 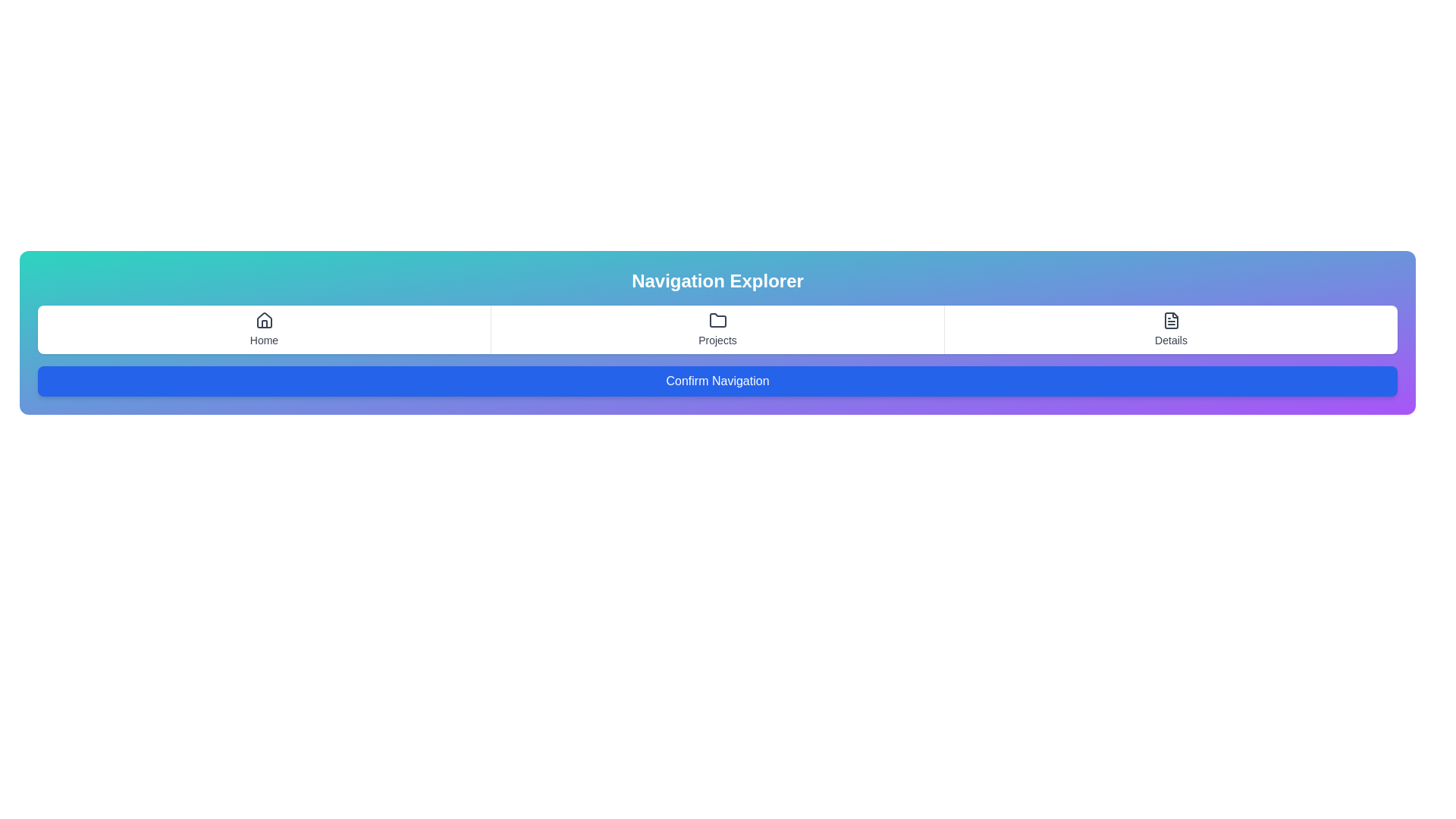 I want to click on the 'Details' text element, which is styled in gray and located under a document icon in the navigation interface, so click(x=1170, y=339).